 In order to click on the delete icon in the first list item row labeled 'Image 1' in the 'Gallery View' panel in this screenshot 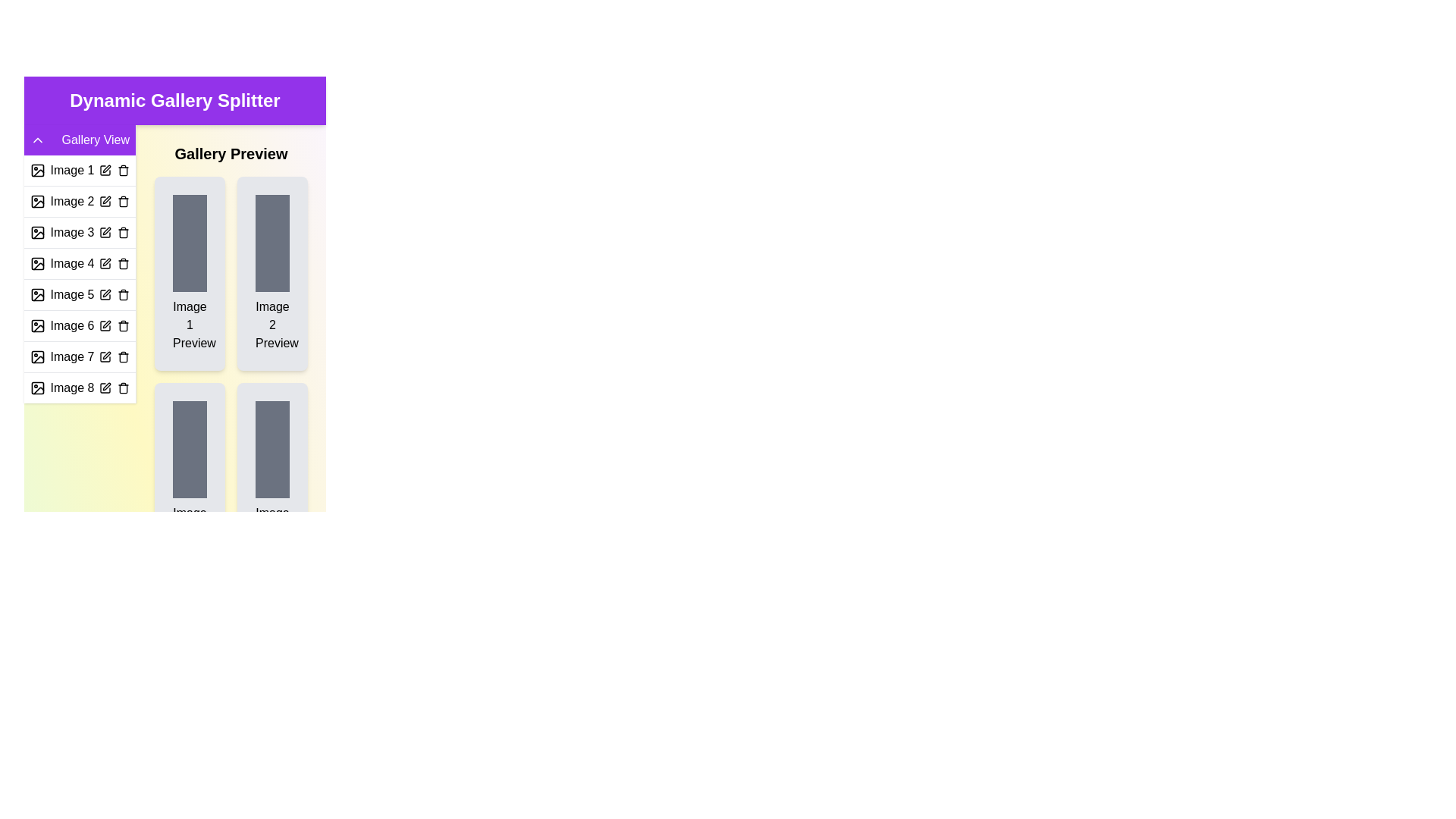, I will do `click(79, 170)`.